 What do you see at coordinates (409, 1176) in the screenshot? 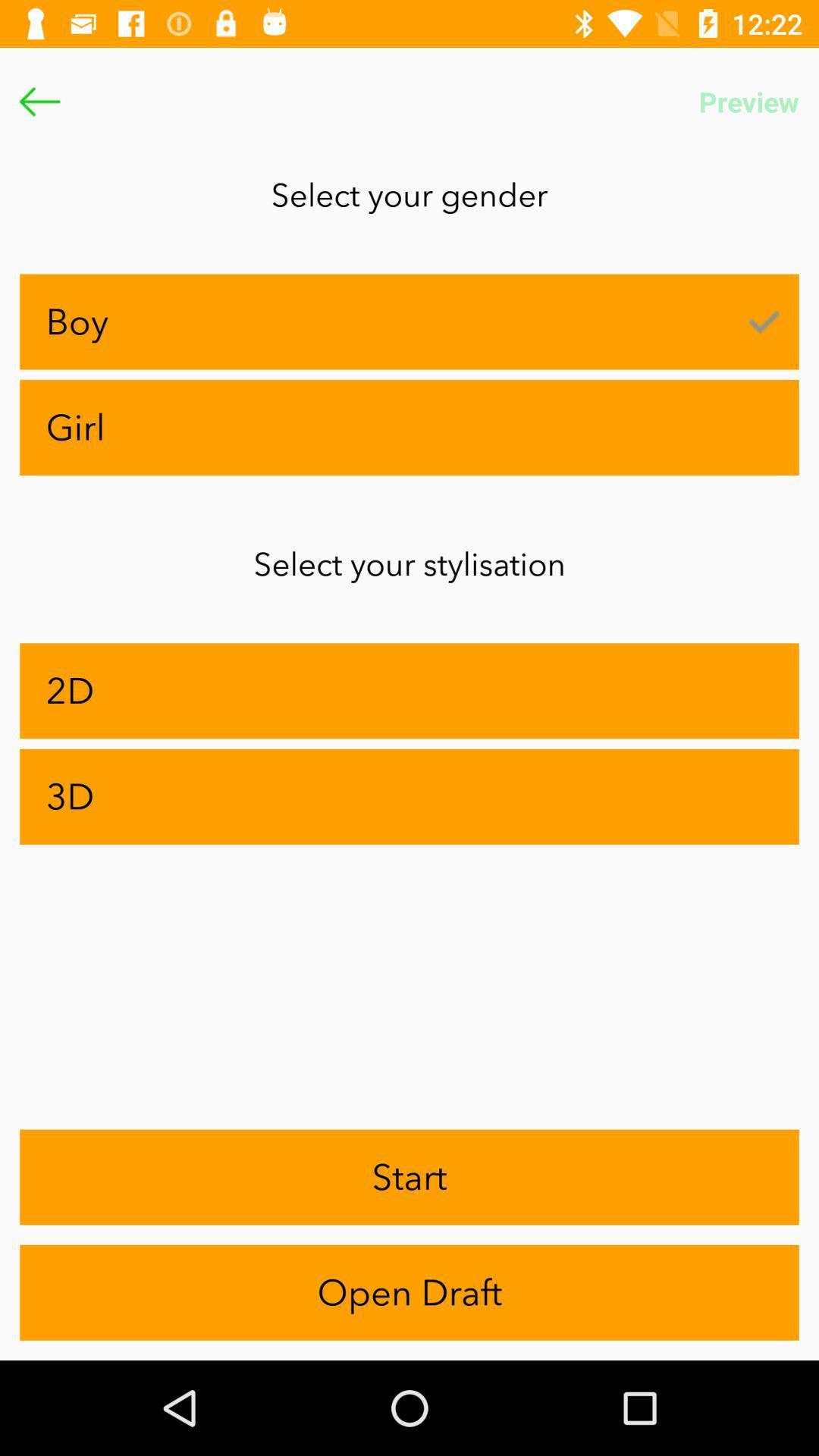
I see `app below 3d item` at bounding box center [409, 1176].